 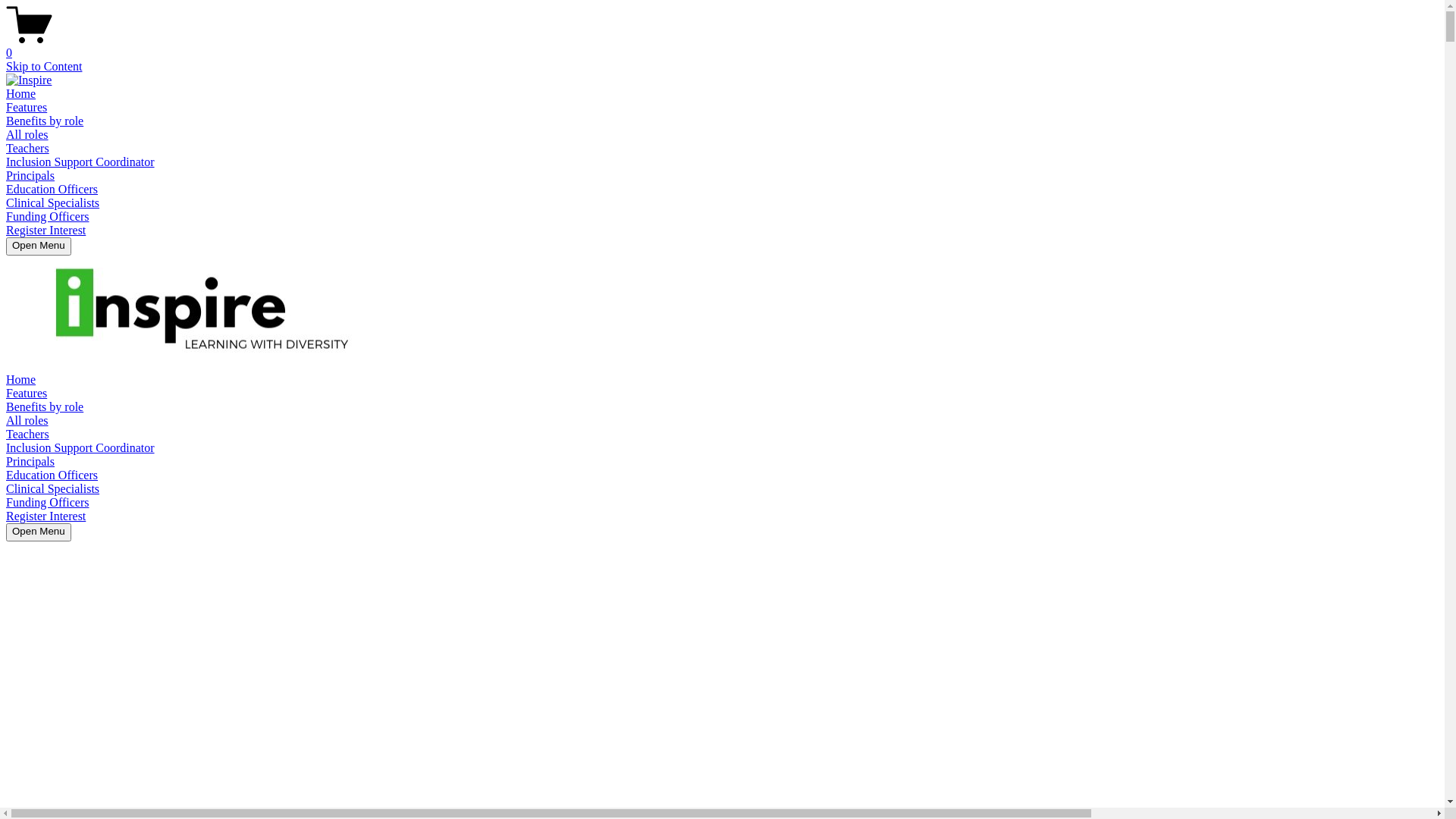 What do you see at coordinates (6, 133) in the screenshot?
I see `'All roles'` at bounding box center [6, 133].